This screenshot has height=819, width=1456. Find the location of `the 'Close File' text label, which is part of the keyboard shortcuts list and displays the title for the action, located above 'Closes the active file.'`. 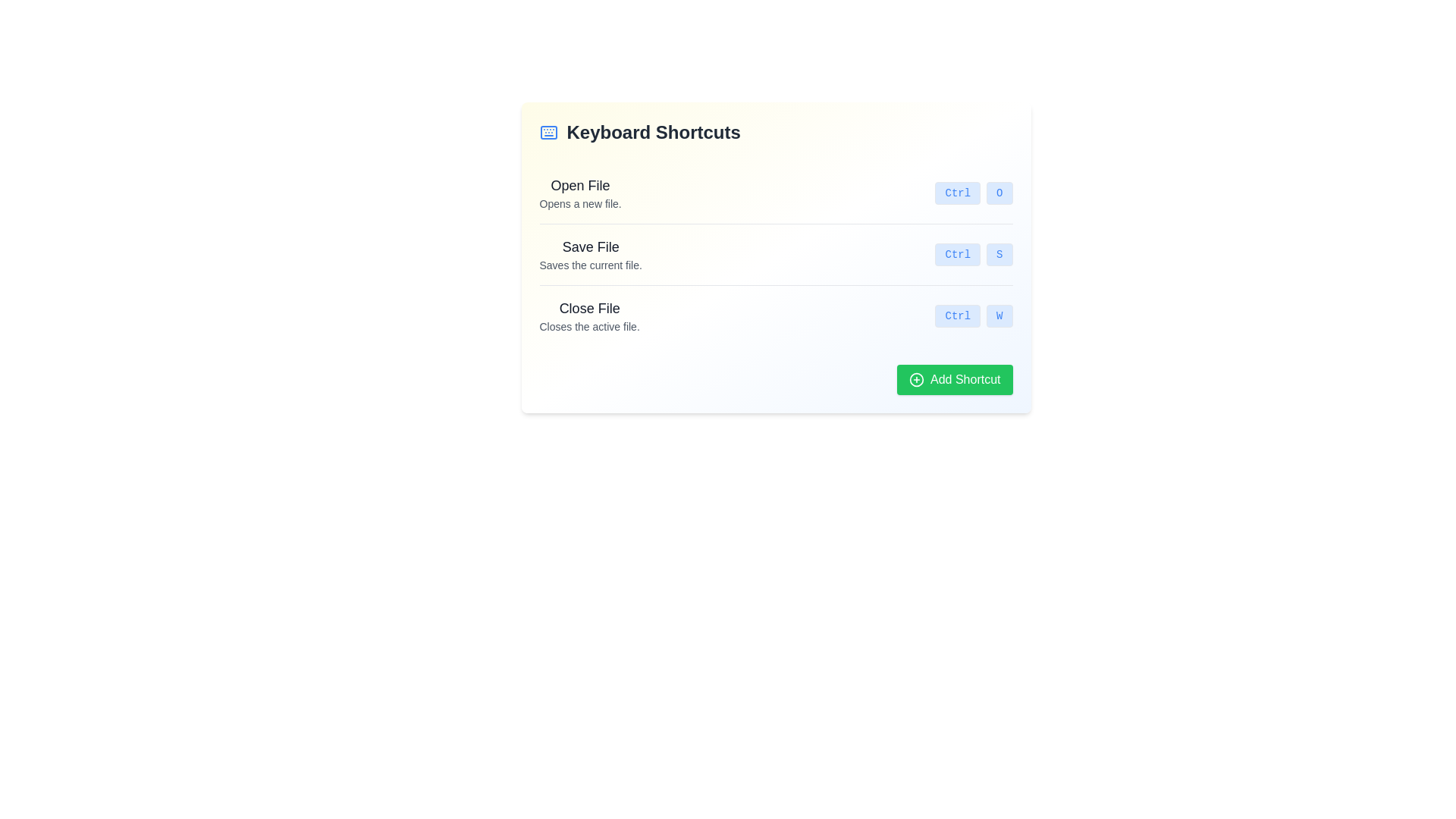

the 'Close File' text label, which is part of the keyboard shortcuts list and displays the title for the action, located above 'Closes the active file.' is located at coordinates (588, 308).